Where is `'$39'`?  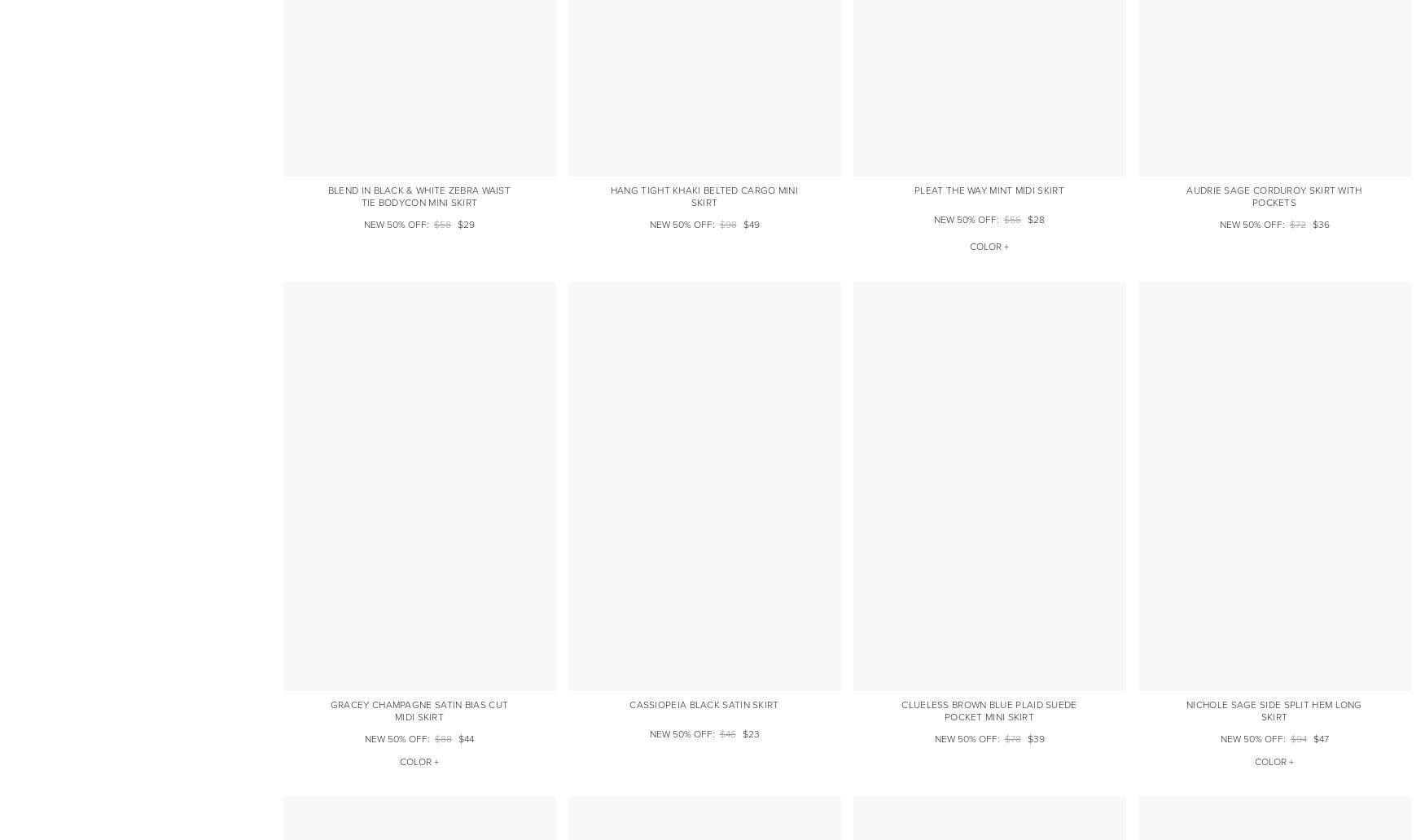
'$39' is located at coordinates (1034, 738).